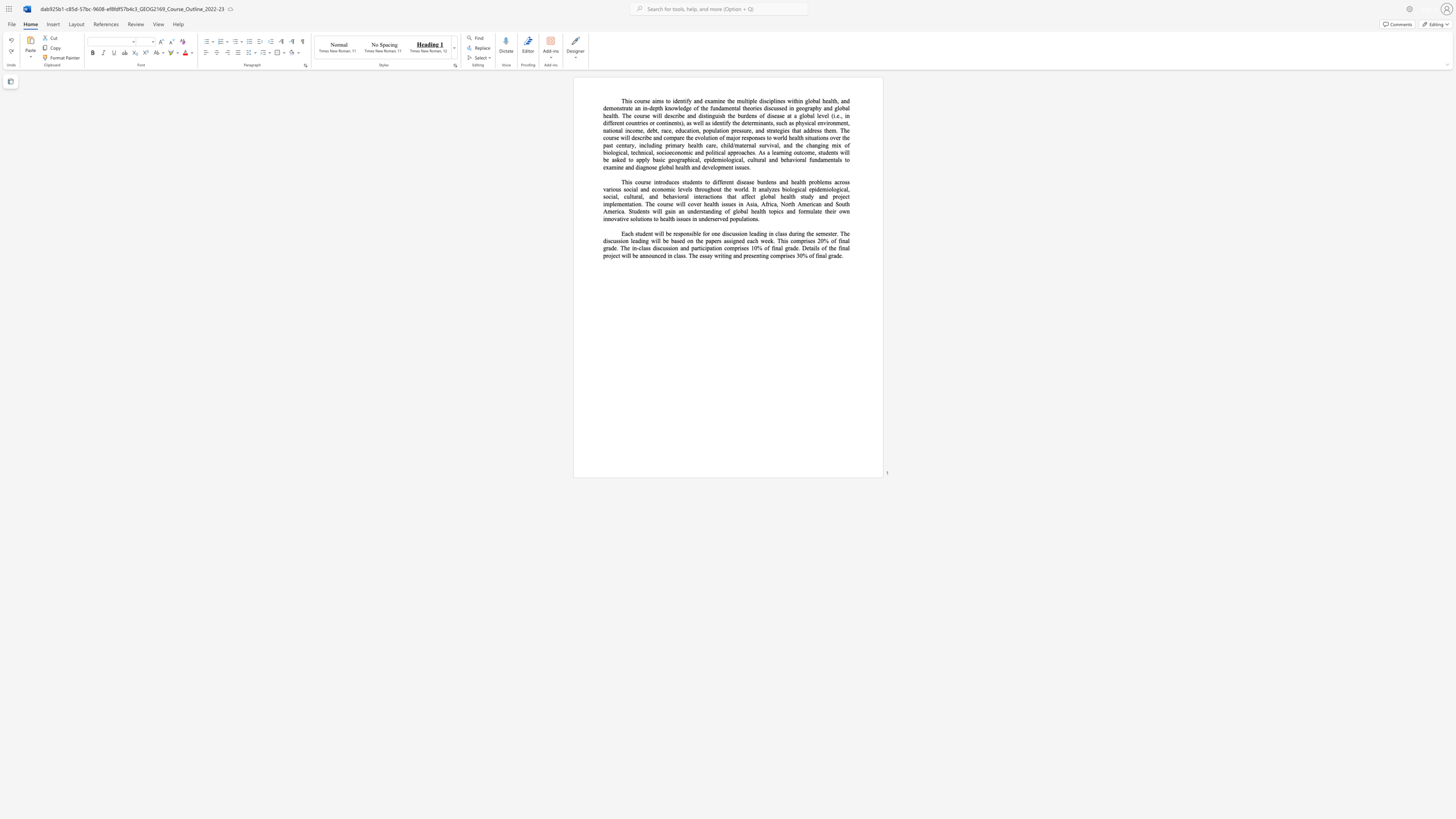  Describe the element at coordinates (800, 240) in the screenshot. I see `the subset text "prises 20% of final grade. The in-class discussion and participation comprise" within the text "Each student will be responsible for one discussion leading in class during the semester. The discussion leading will be based on the papers assigned each week. This comprises 20% of final grade. The in-class discussion and participation comprises 10% of final grade. Details"` at that location.